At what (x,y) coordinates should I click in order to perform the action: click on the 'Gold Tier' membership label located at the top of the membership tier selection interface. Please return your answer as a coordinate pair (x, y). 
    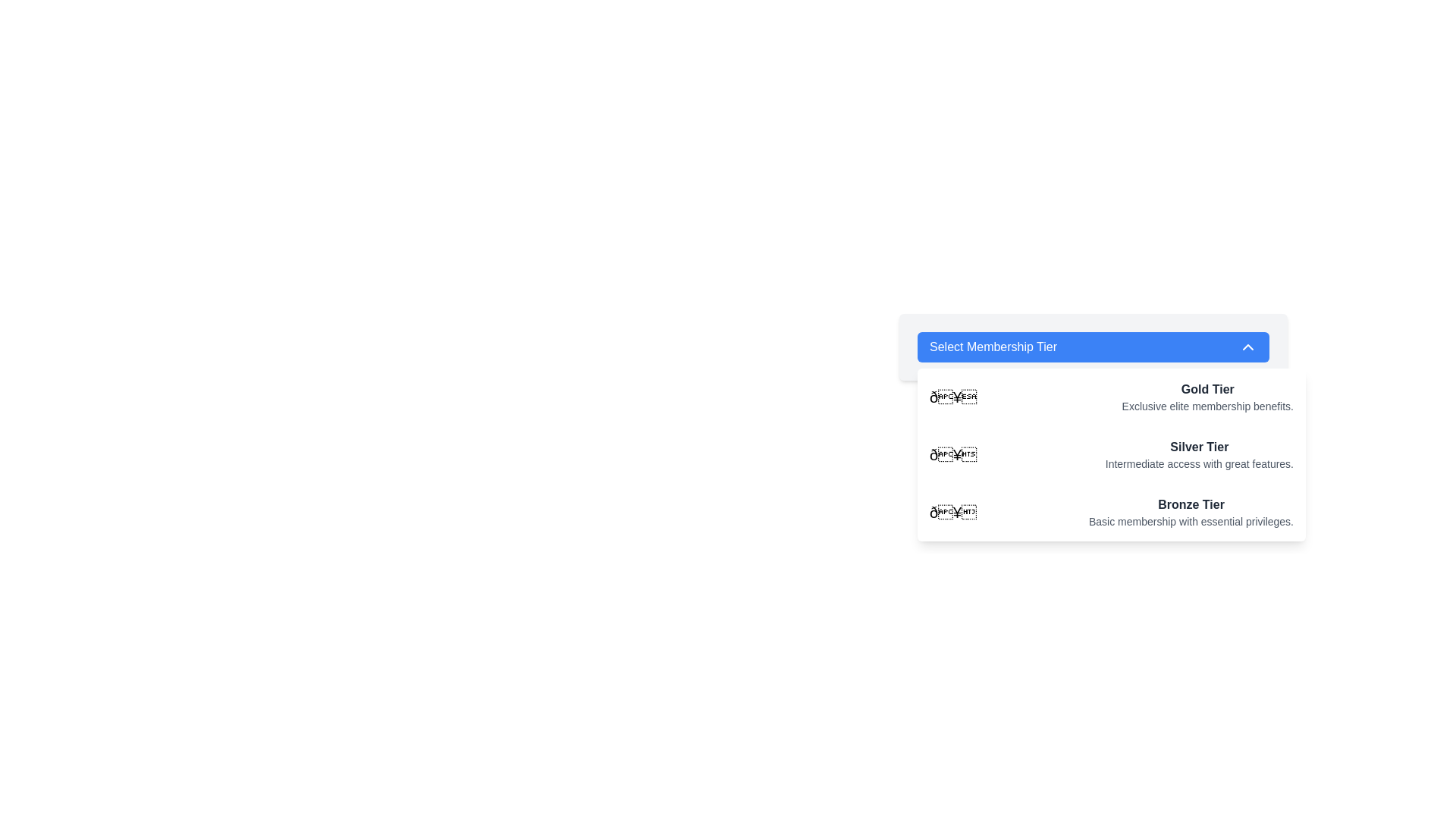
    Looking at the image, I should click on (1207, 388).